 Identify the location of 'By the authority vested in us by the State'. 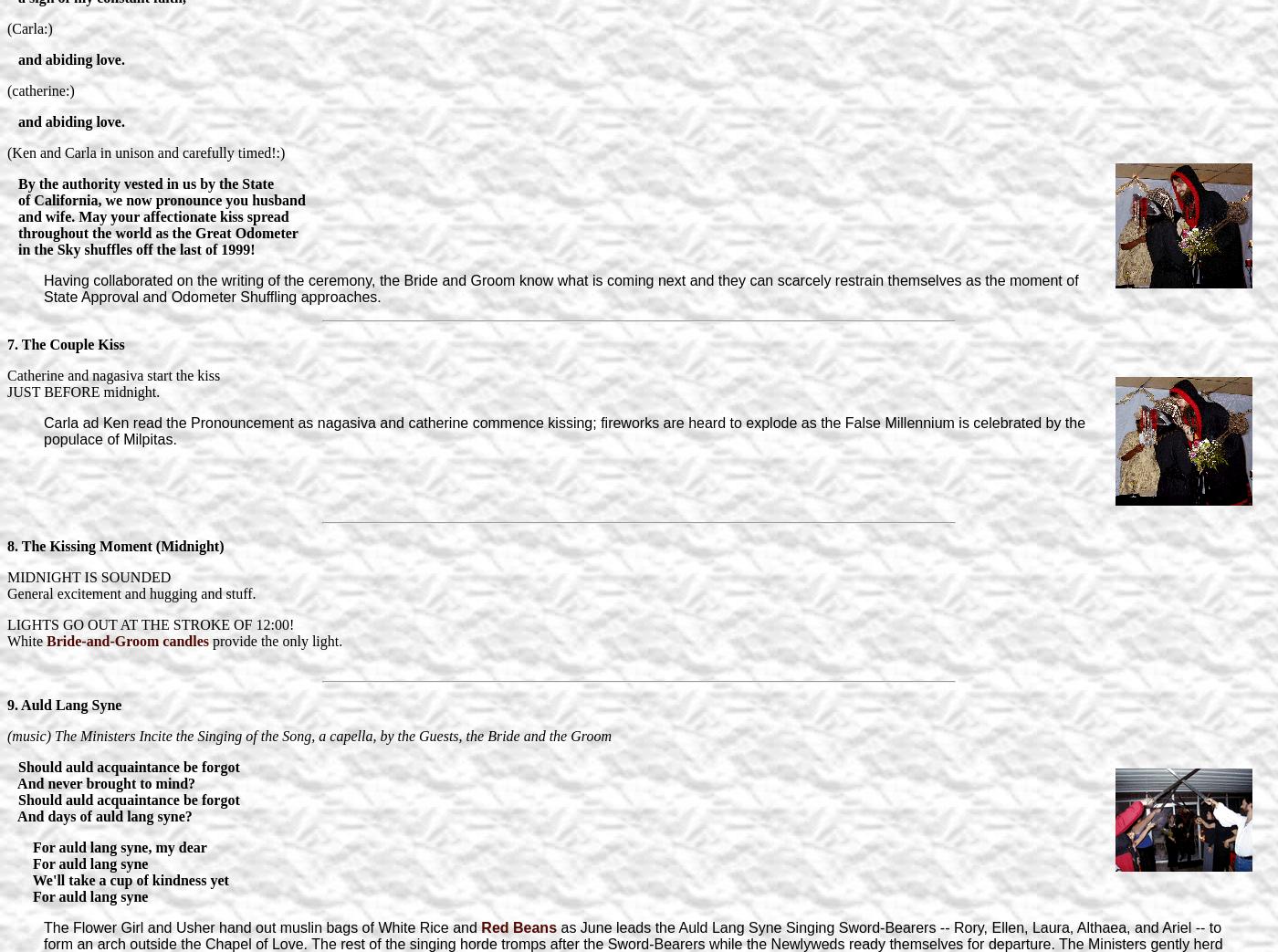
(18, 182).